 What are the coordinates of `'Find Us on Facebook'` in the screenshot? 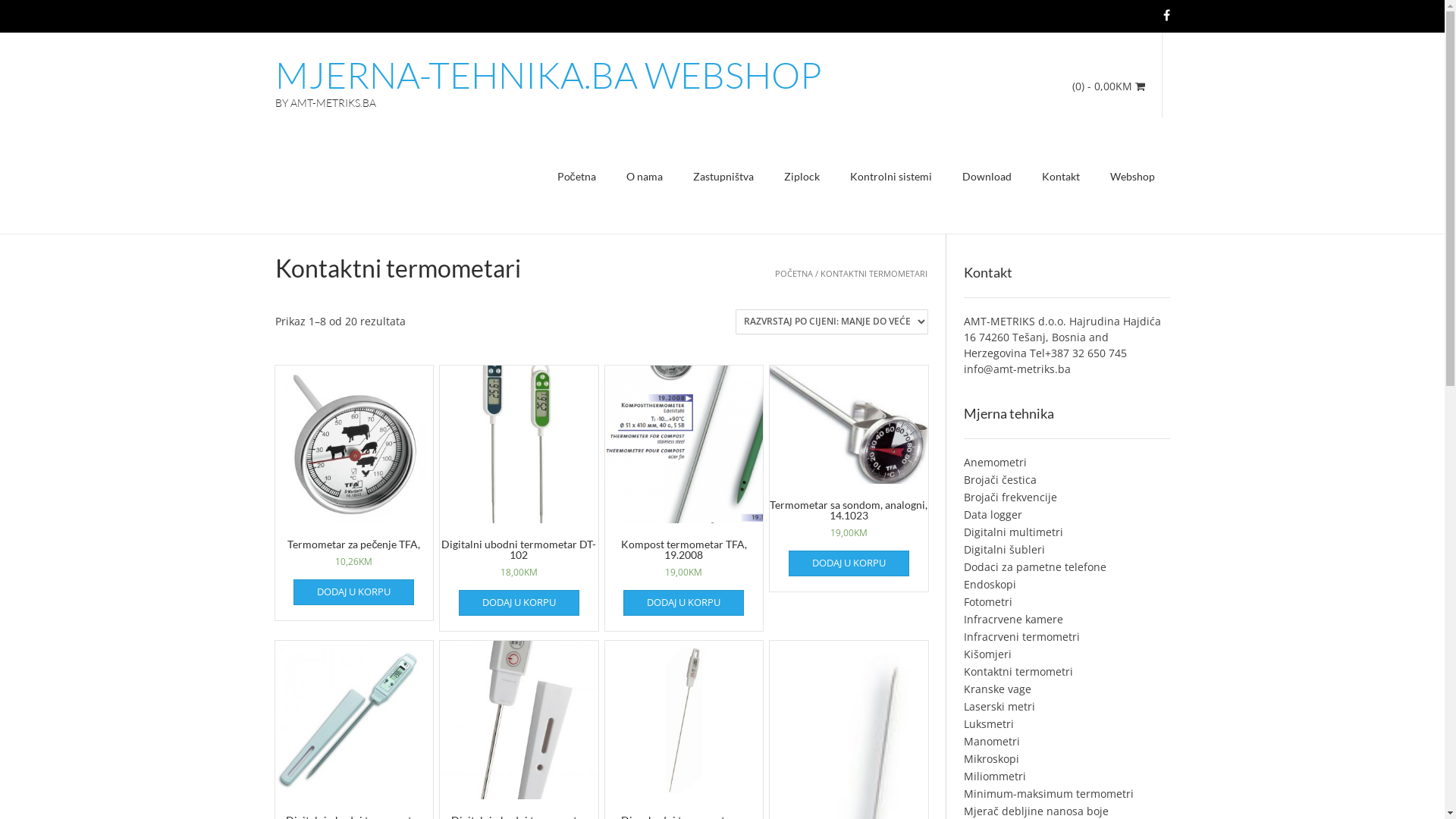 It's located at (1166, 14).